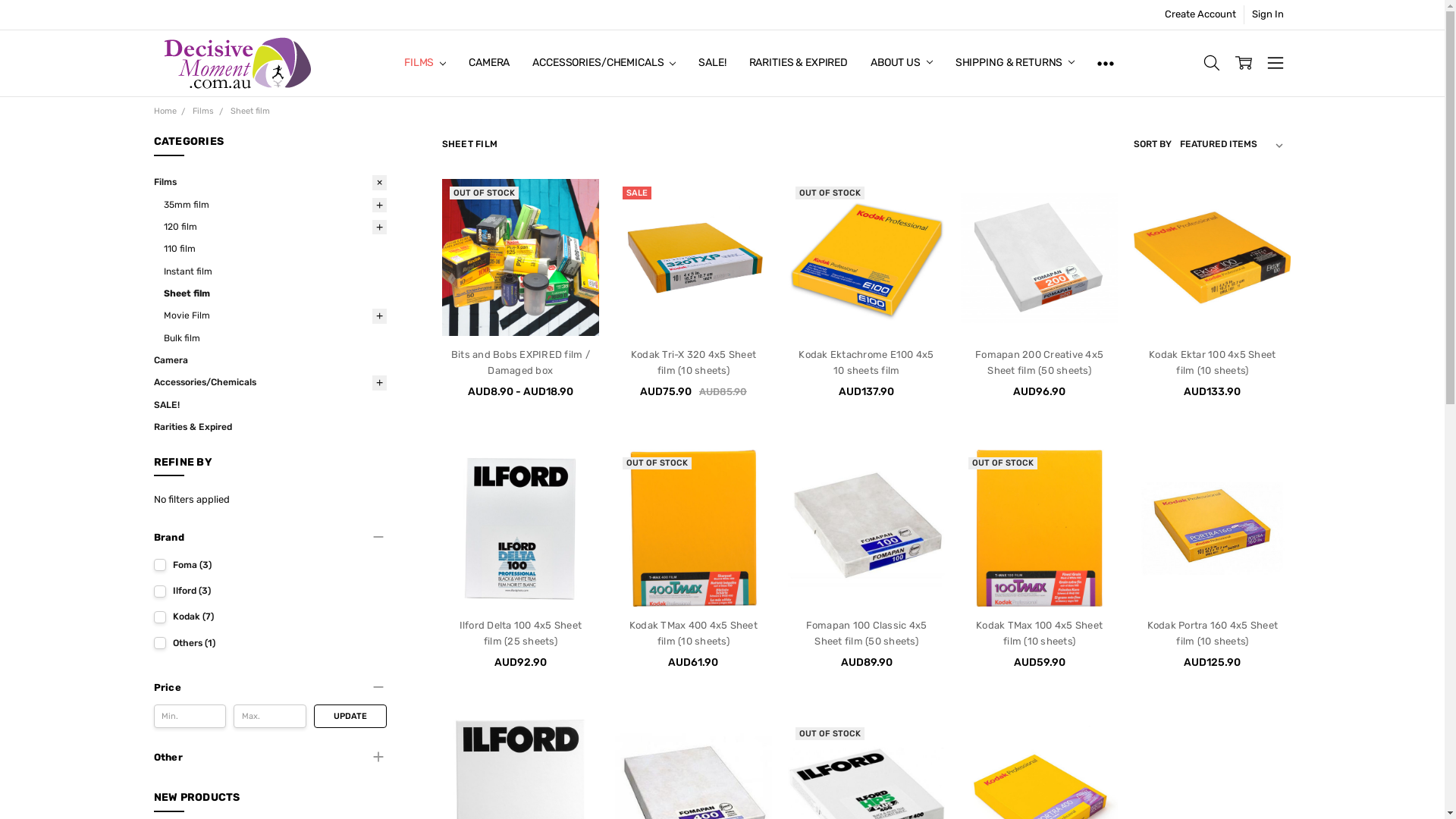 The image size is (1456, 819). I want to click on 'Create Account', so click(1200, 14).